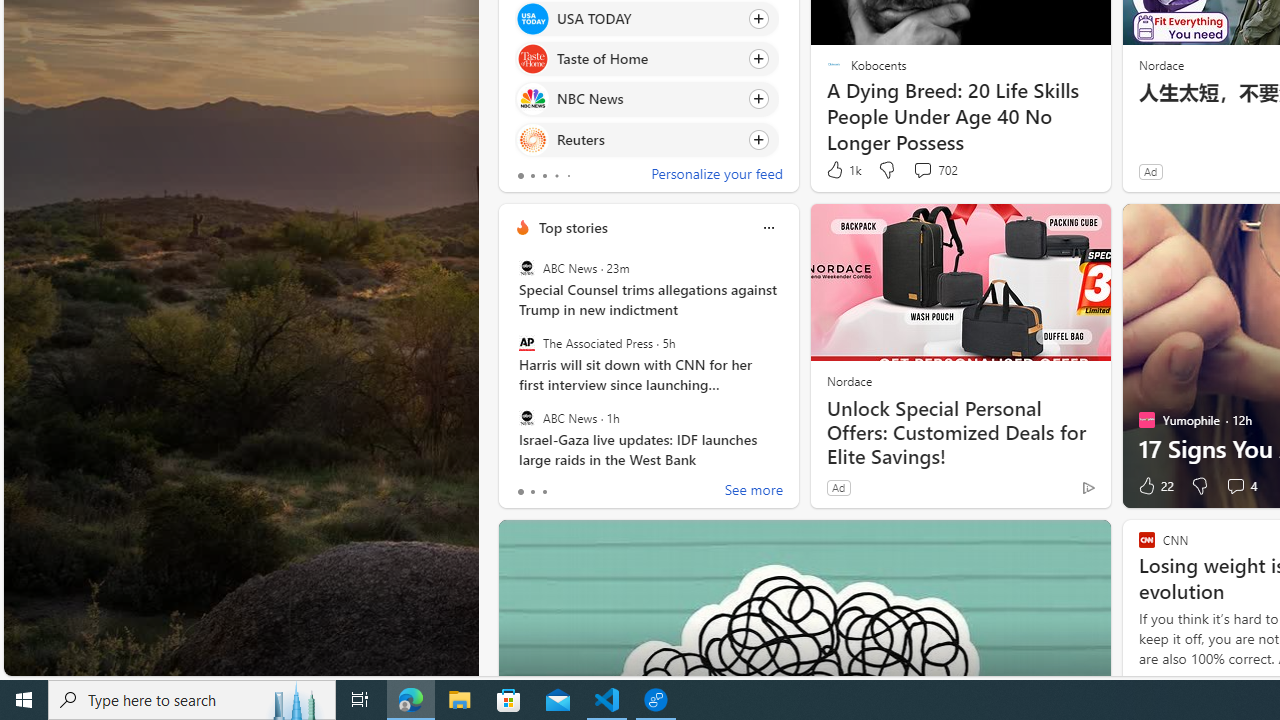  I want to click on '1k Like', so click(842, 169).